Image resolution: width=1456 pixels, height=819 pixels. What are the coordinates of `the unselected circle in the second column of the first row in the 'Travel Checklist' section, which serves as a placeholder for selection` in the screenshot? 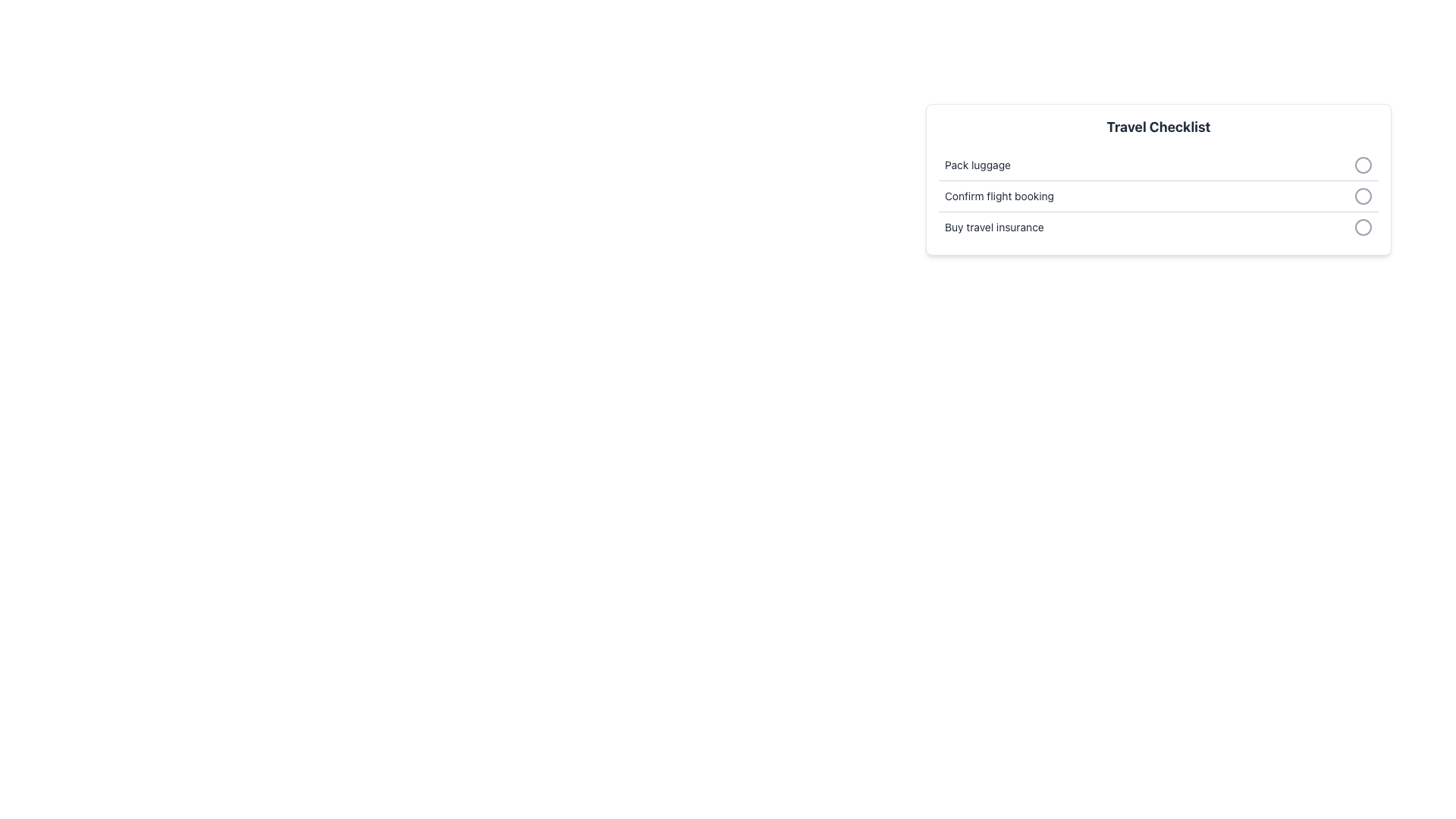 It's located at (1363, 165).